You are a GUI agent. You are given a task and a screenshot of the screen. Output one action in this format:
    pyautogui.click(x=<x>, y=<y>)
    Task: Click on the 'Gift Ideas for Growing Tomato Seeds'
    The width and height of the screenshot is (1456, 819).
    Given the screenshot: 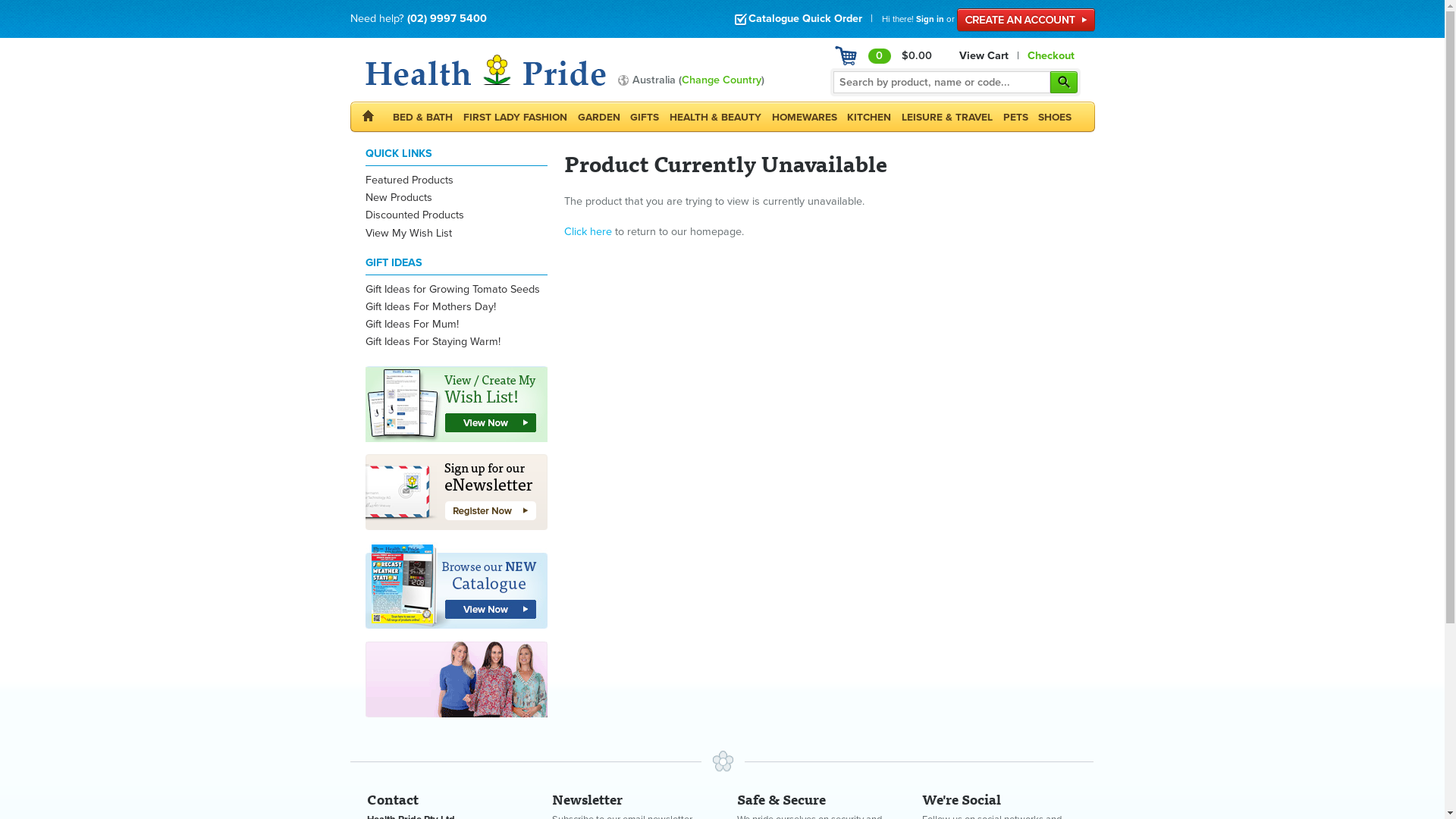 What is the action you would take?
    pyautogui.click(x=451, y=289)
    